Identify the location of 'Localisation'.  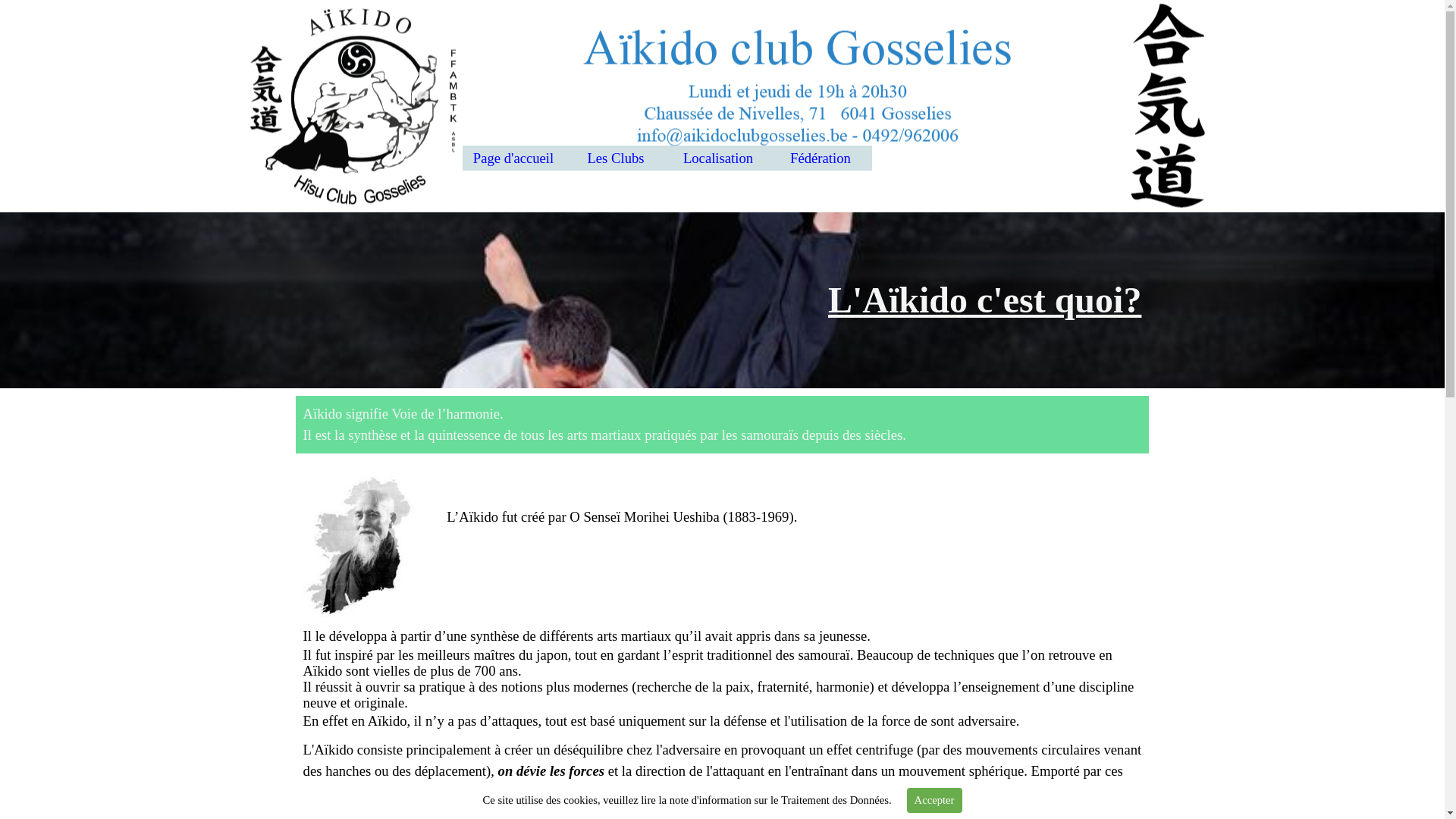
(717, 158).